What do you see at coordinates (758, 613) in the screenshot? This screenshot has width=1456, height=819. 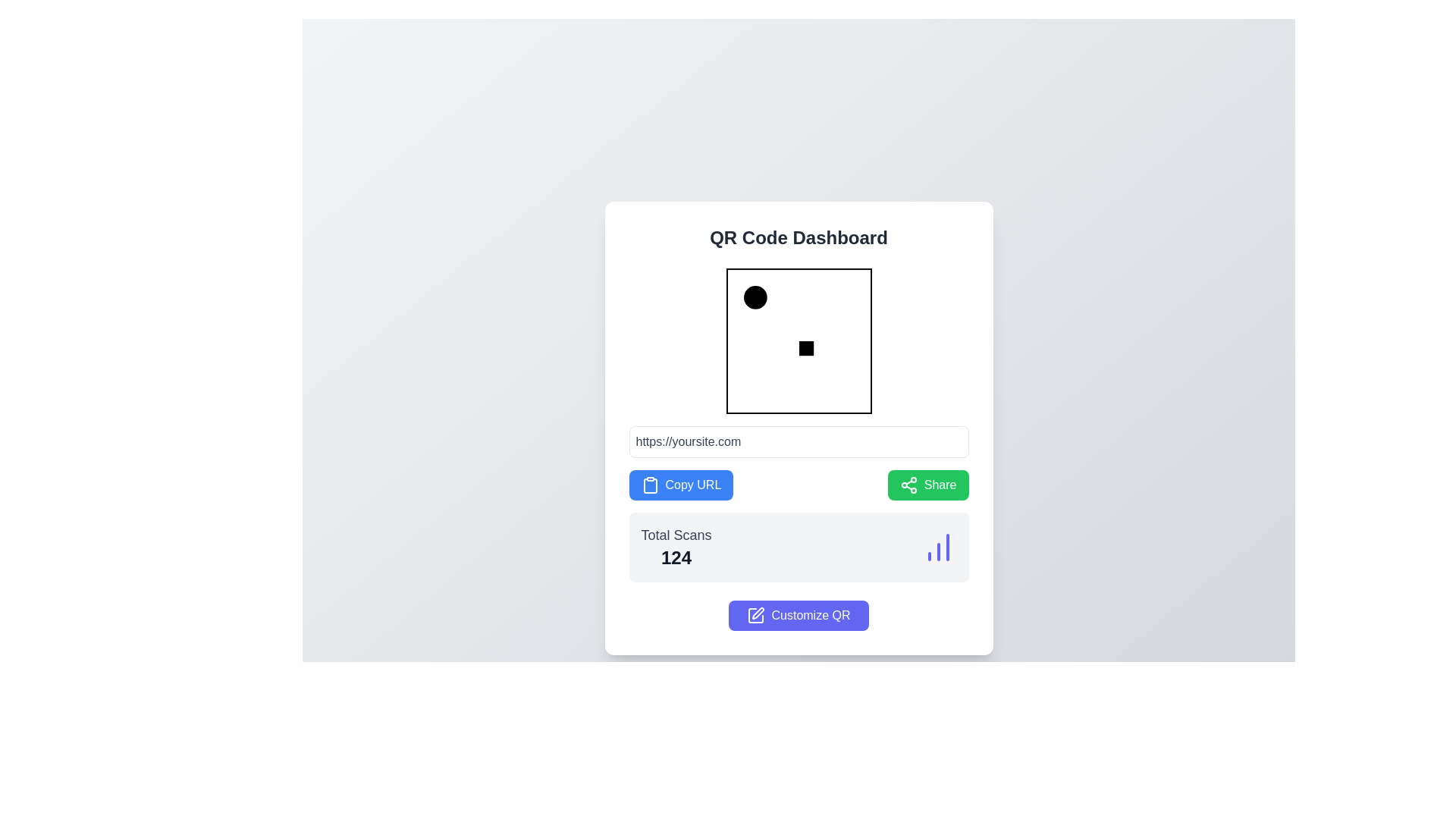 I see `pen icon graphical element represented within the SVG component, which has a clean, outlined stroke design, by opening the developer tools` at bounding box center [758, 613].